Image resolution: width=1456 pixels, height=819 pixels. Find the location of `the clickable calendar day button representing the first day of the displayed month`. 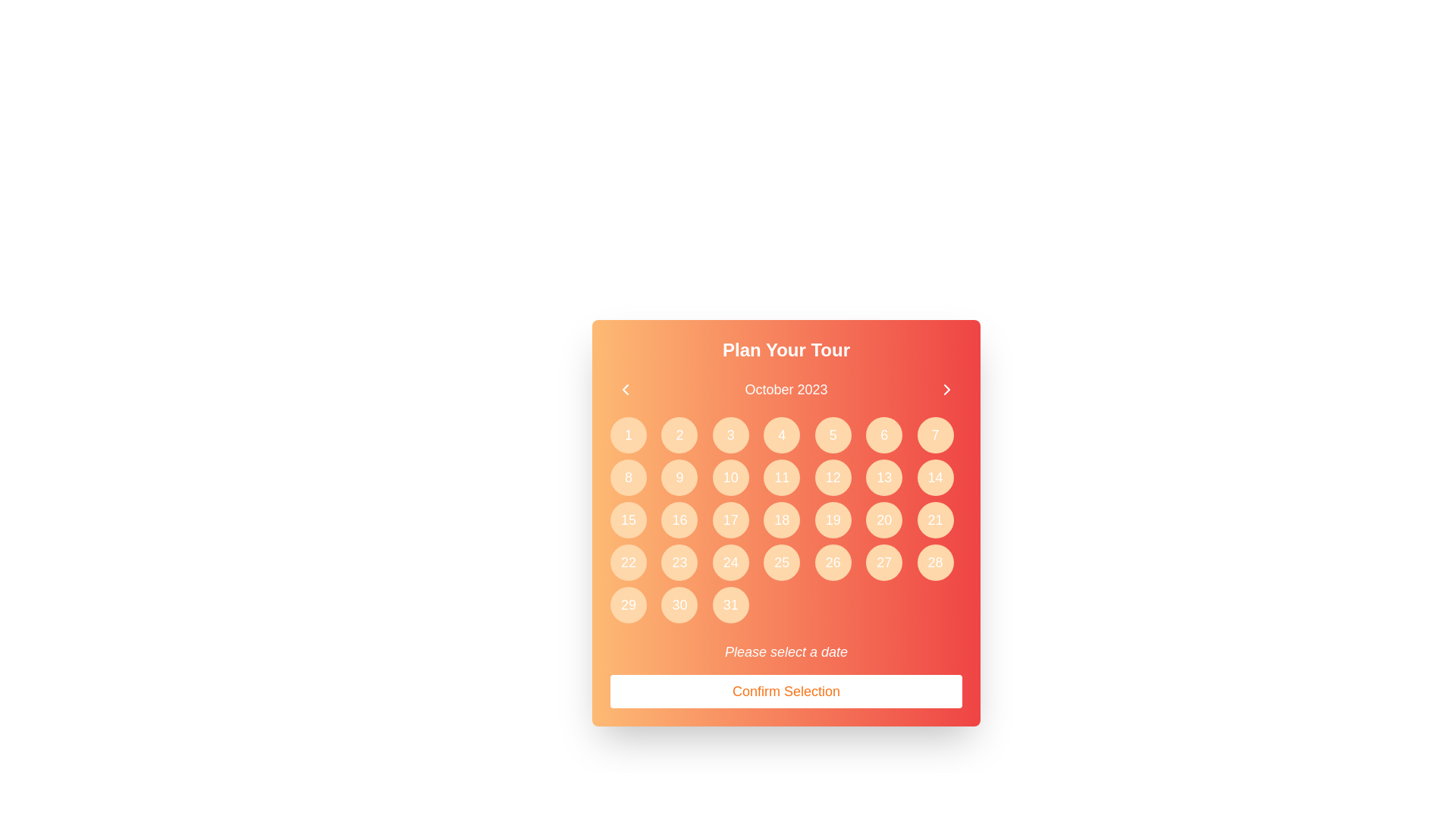

the clickable calendar day button representing the first day of the displayed month is located at coordinates (629, 435).